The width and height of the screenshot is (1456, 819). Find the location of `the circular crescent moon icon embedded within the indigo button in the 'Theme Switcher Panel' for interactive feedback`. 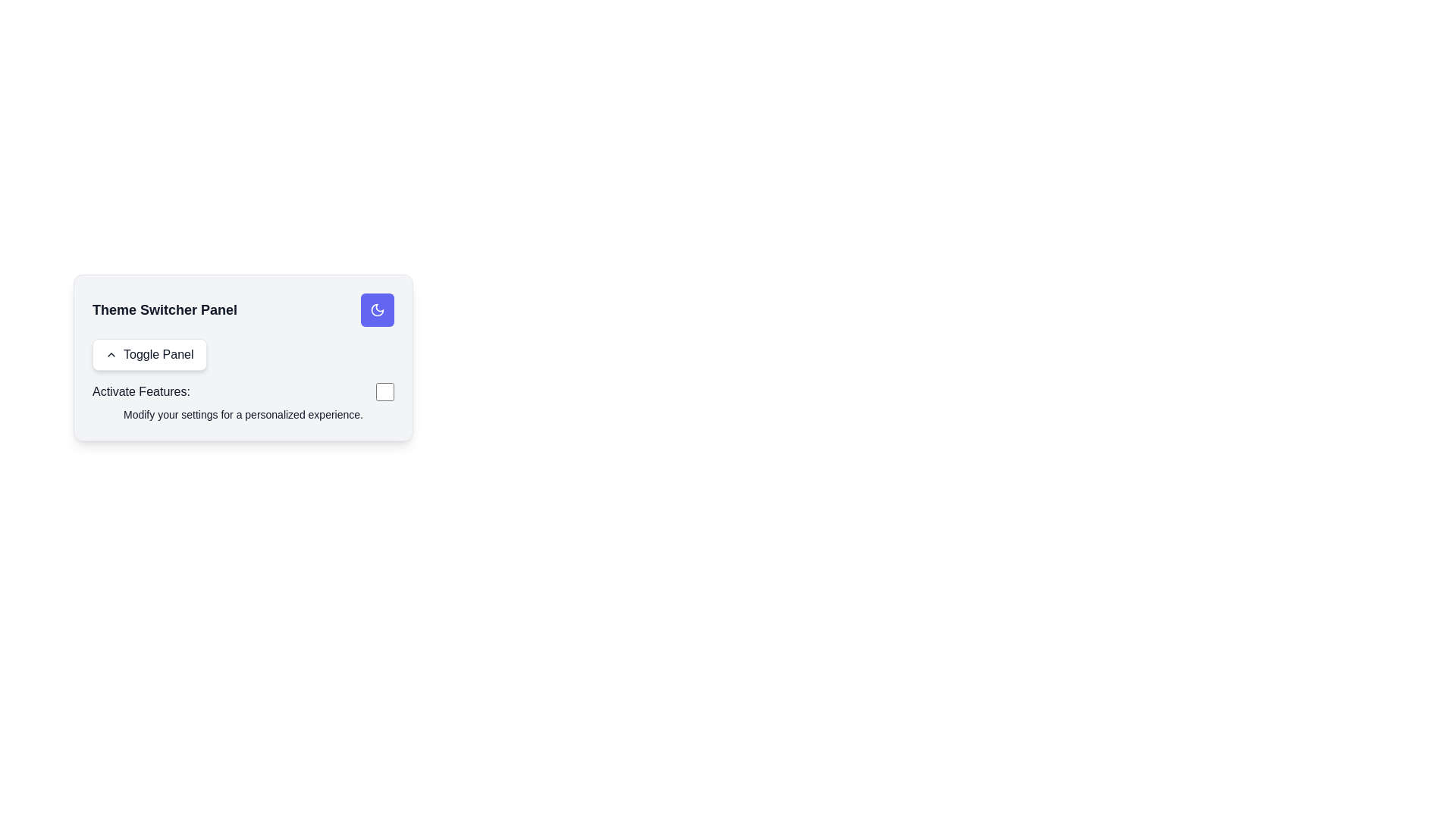

the circular crescent moon icon embedded within the indigo button in the 'Theme Switcher Panel' for interactive feedback is located at coordinates (378, 309).